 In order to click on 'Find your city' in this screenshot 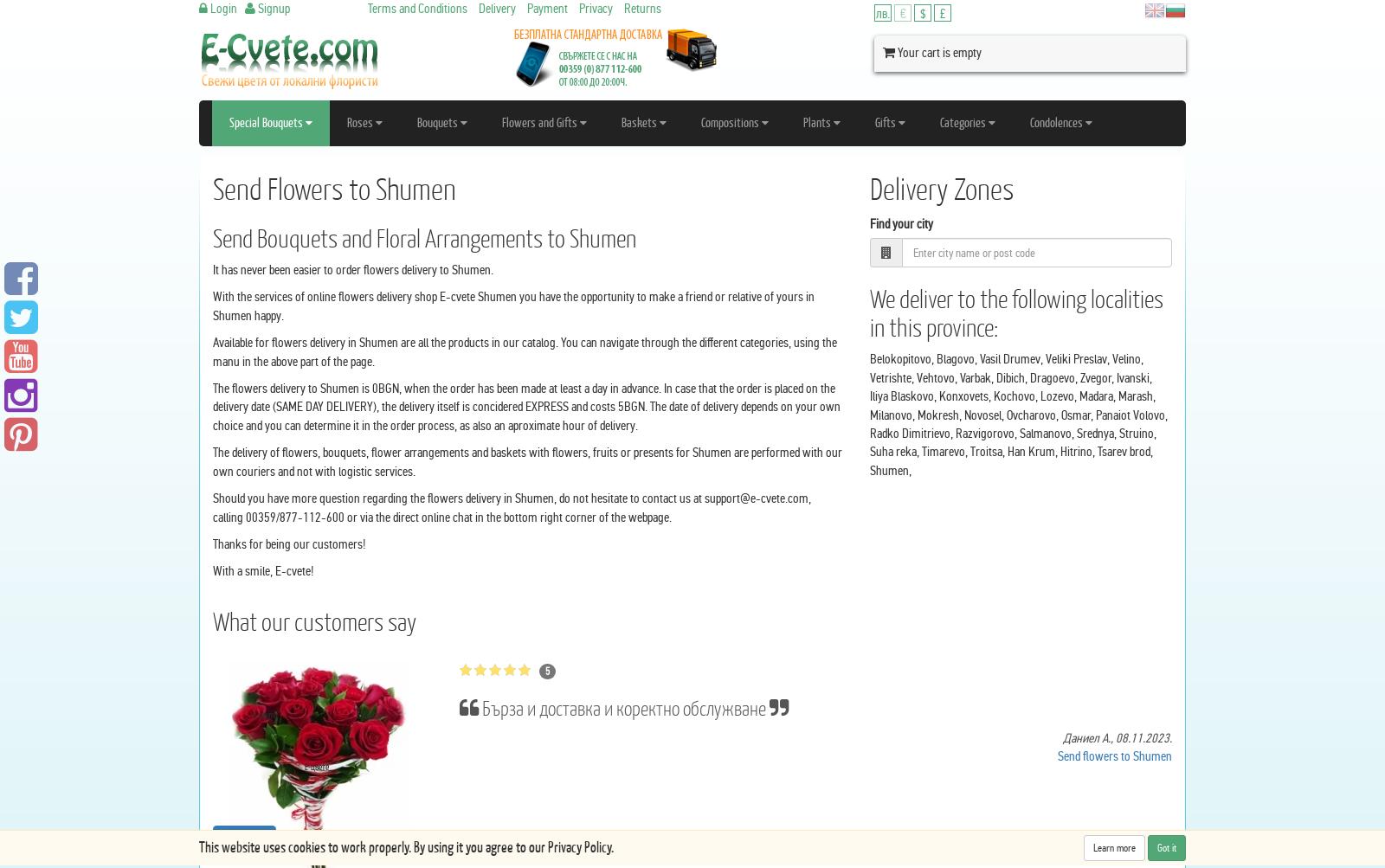, I will do `click(900, 222)`.